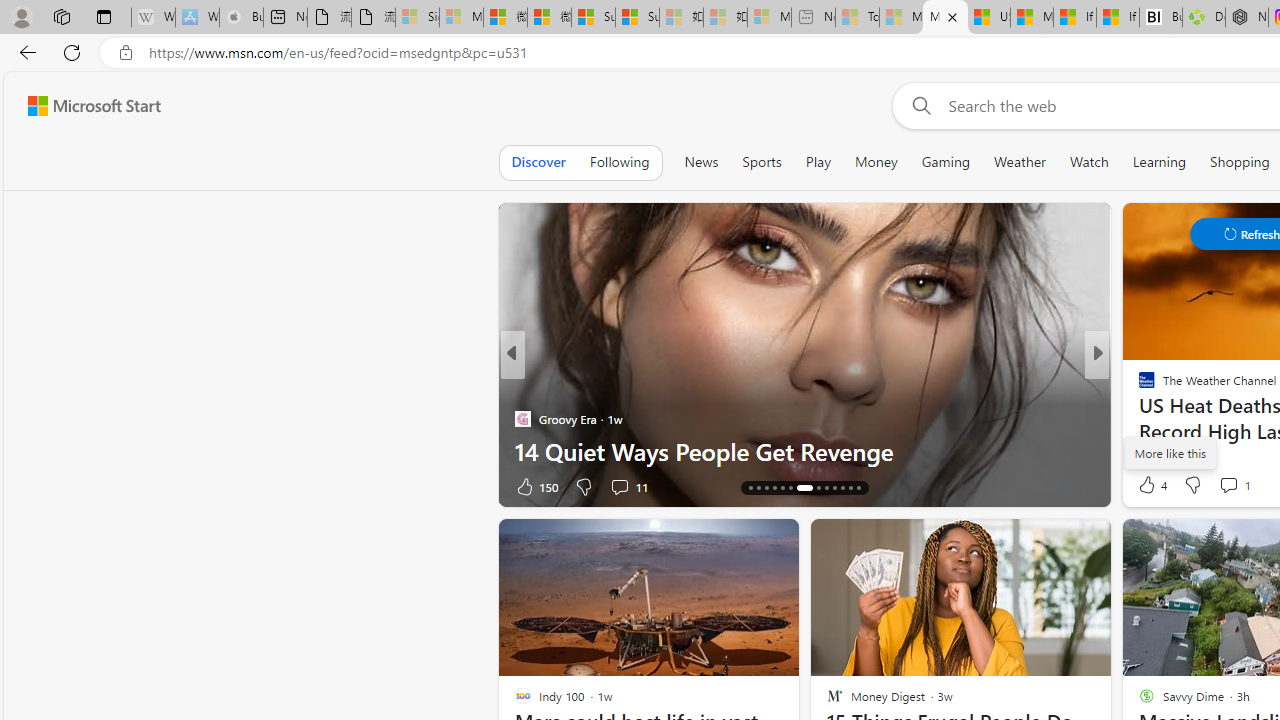  Describe the element at coordinates (535, 486) in the screenshot. I see `'150 Like'` at that location.